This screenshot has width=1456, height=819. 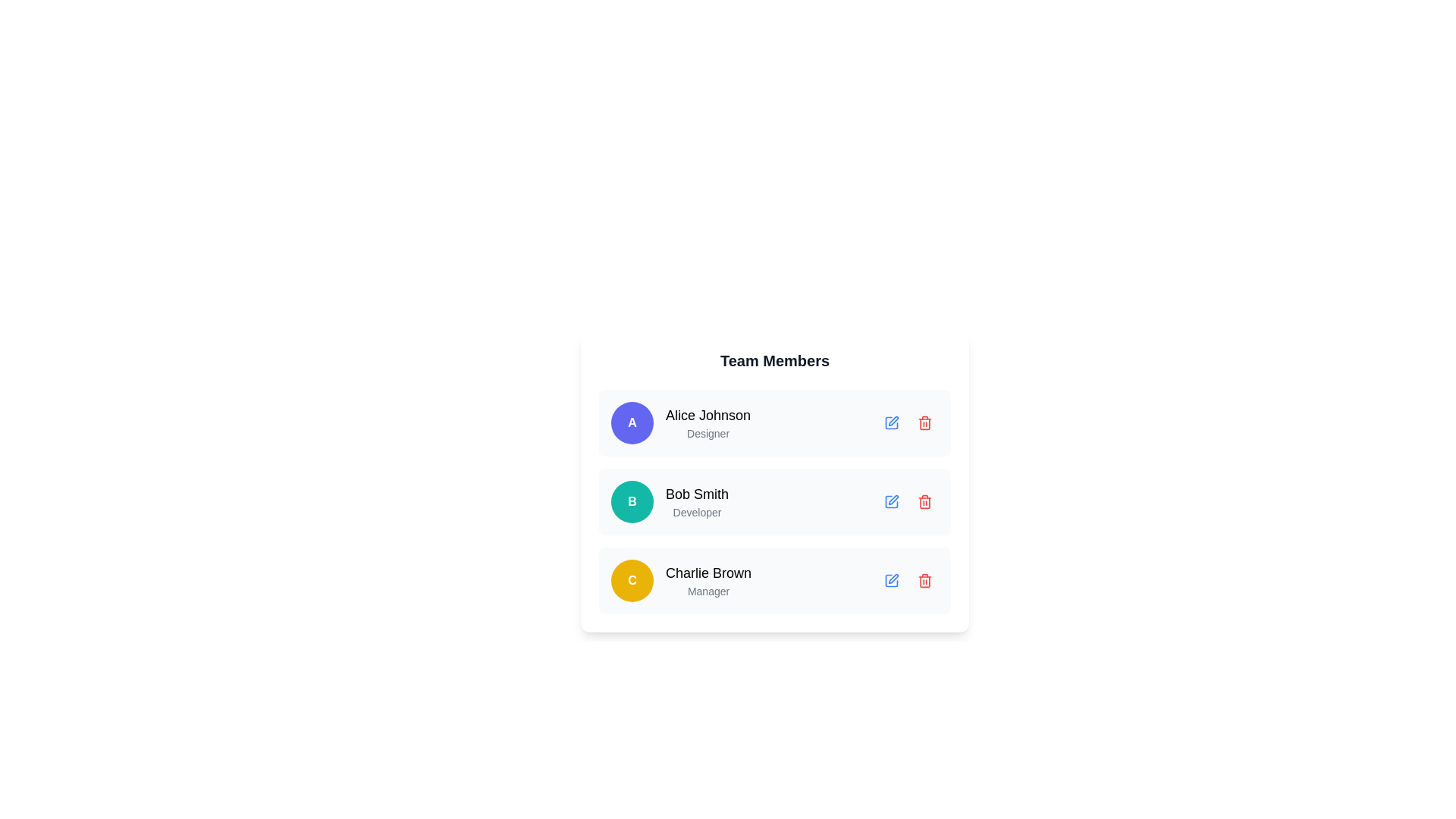 I want to click on the Text Display element showing the name 'Bob Smith' and the role 'Developer', which is located in the second row of the team members list, so click(x=696, y=502).